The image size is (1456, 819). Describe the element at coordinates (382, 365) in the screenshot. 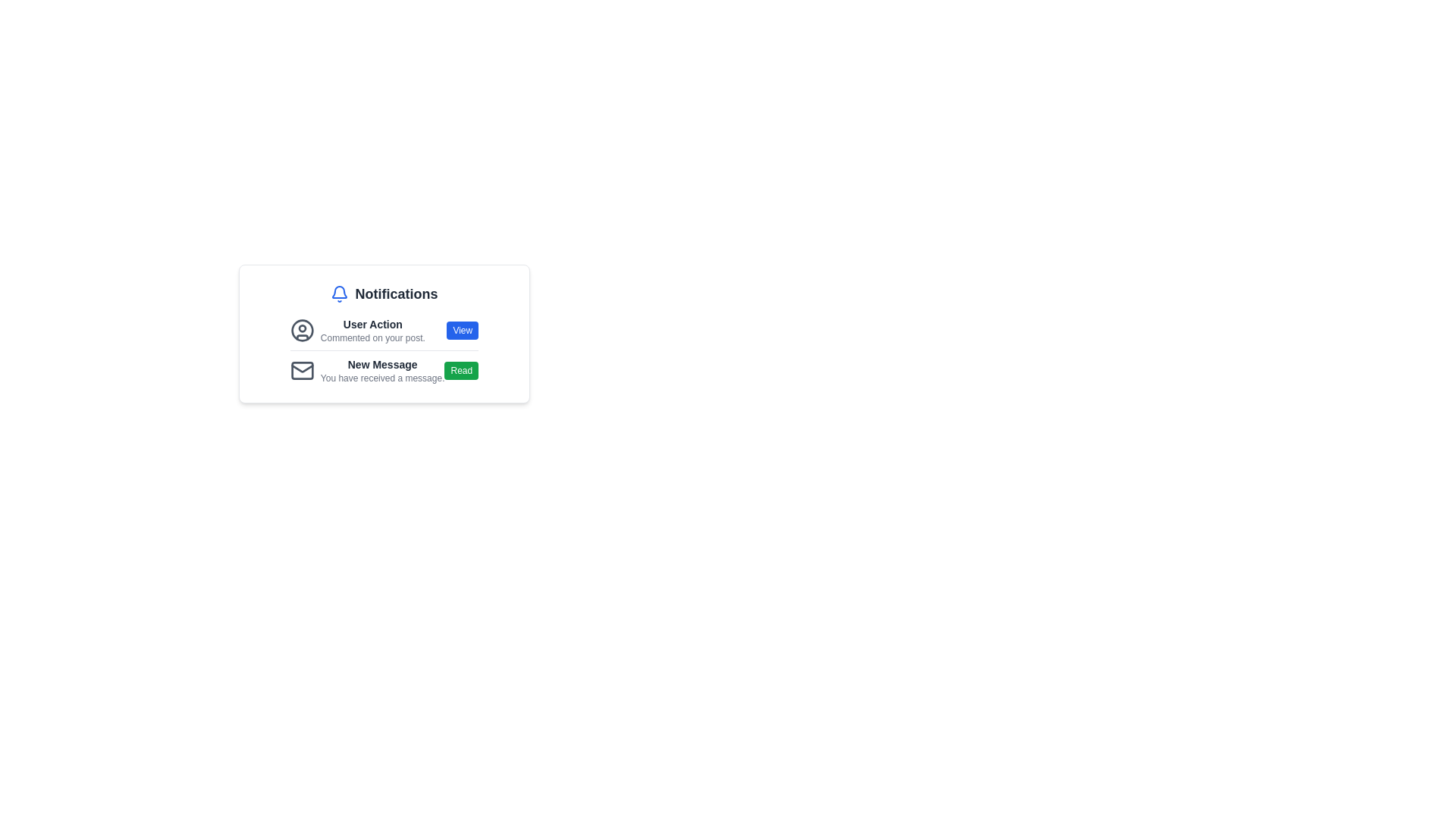

I see `text label that displays 'New Message', which is styled in bold, dark-gray font and is positioned at the top-center of the notification card` at that location.